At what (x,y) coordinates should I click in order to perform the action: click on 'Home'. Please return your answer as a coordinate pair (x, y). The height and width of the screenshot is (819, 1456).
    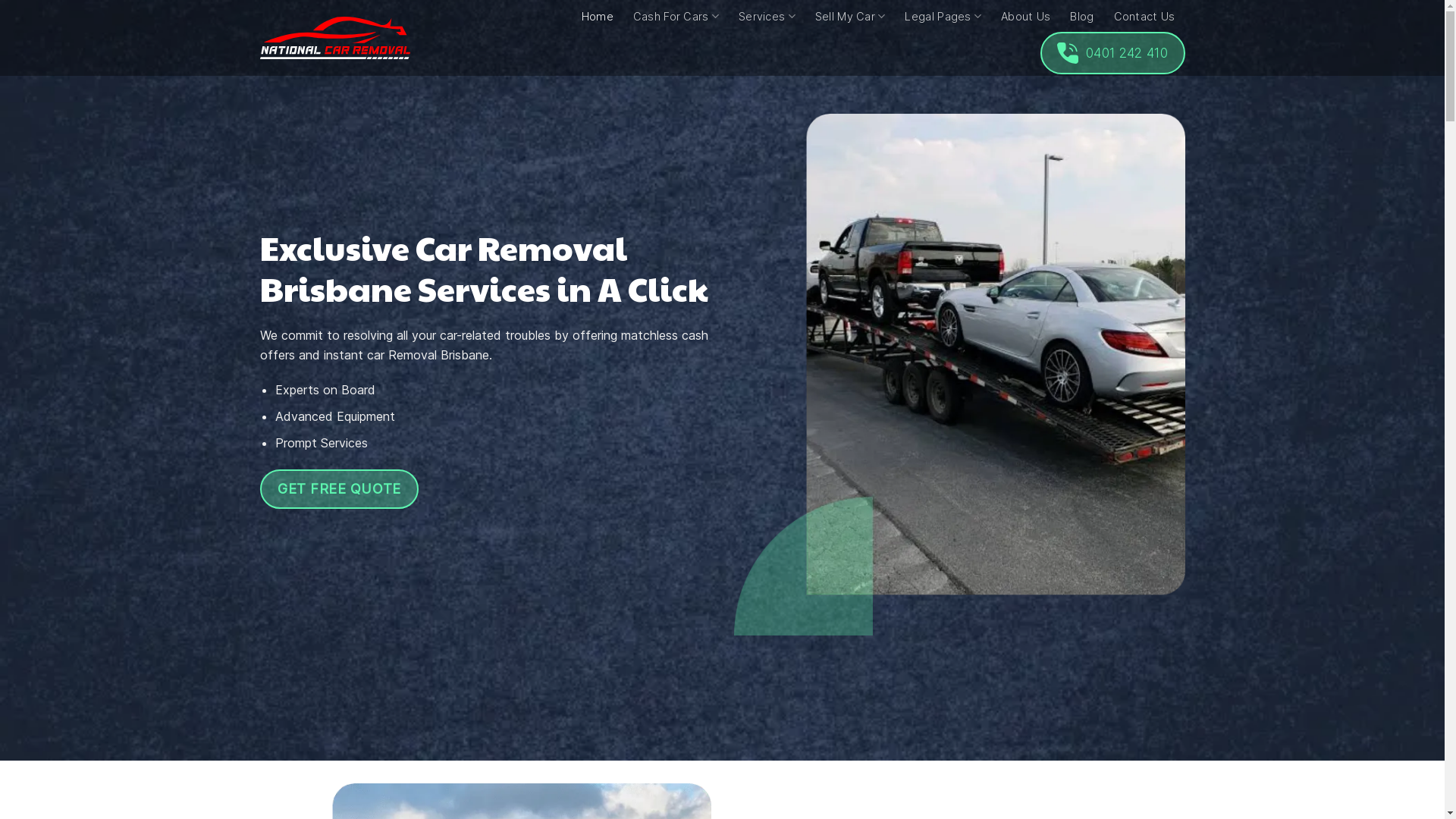
    Looking at the image, I should click on (596, 17).